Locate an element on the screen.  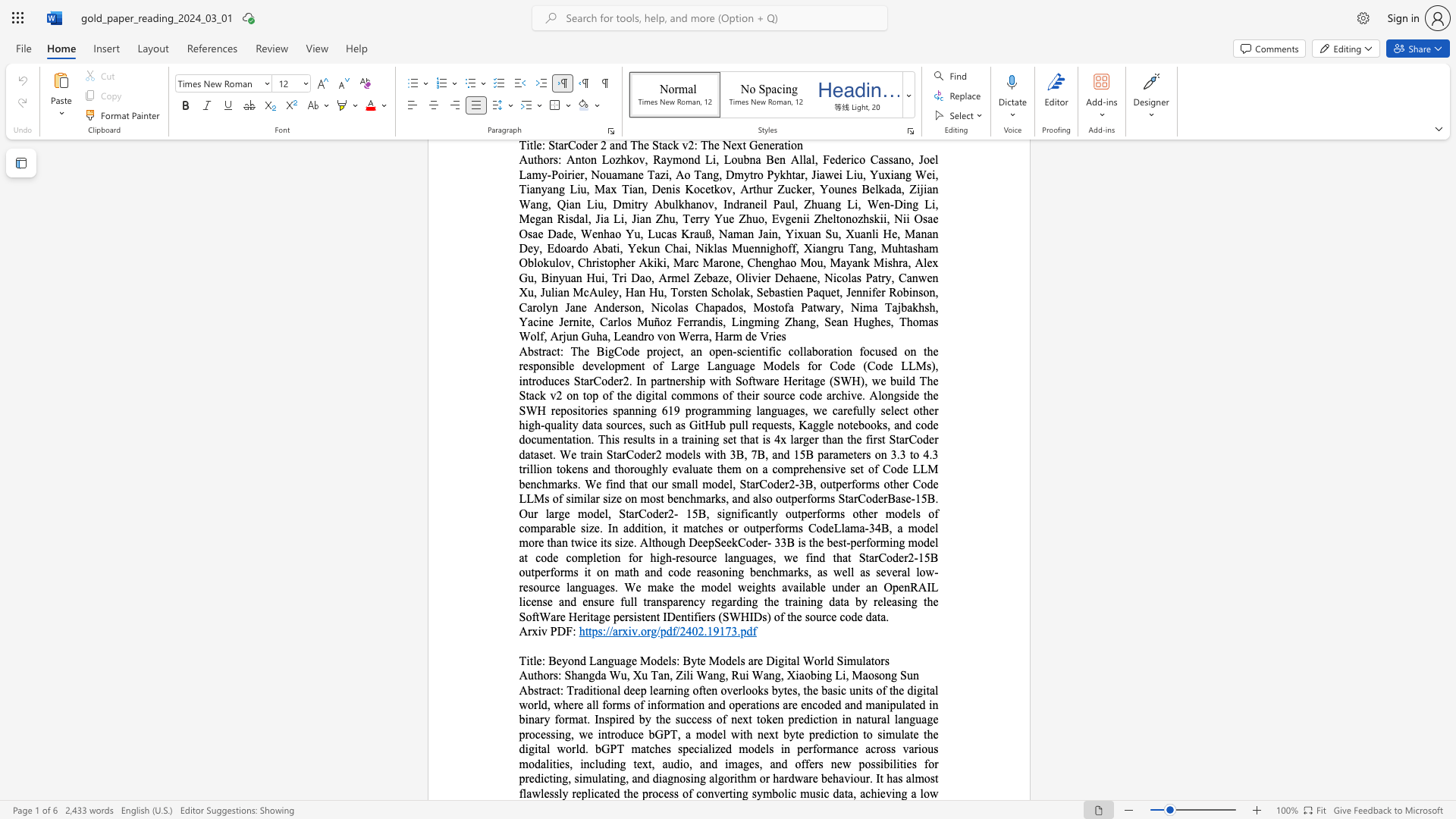
the subset text "forms of information and operations are encoded and manipulated in binary format. Inspired by the success of next token prediction in natural language processing, we introduce bGPT, a model with next byte prediction to simulate the digital world. bGPT matches specialized models in performance across various modalities, including text, audio, and images, and offers new possibilities for predicting, simulating, and diagnosing algorithm or hardware behaviour. It has a" within the text "Traditional deep learning often overlooks bytes, the basic units of the digital world, where all forms of information and operations are encoded and manipulated in binary format. Inspired by the success of next token prediction in natural language processing, we introduce bGPT, a model with next byte prediction to simulate the digital world. bGPT matches specialized models in performance across various modalities, including text, audio, and images, and offers new possibilities for predicting, simulating, and diagnosing algorithm or hardware behaviour. It has almost flawlessly" is located at coordinates (601, 704).